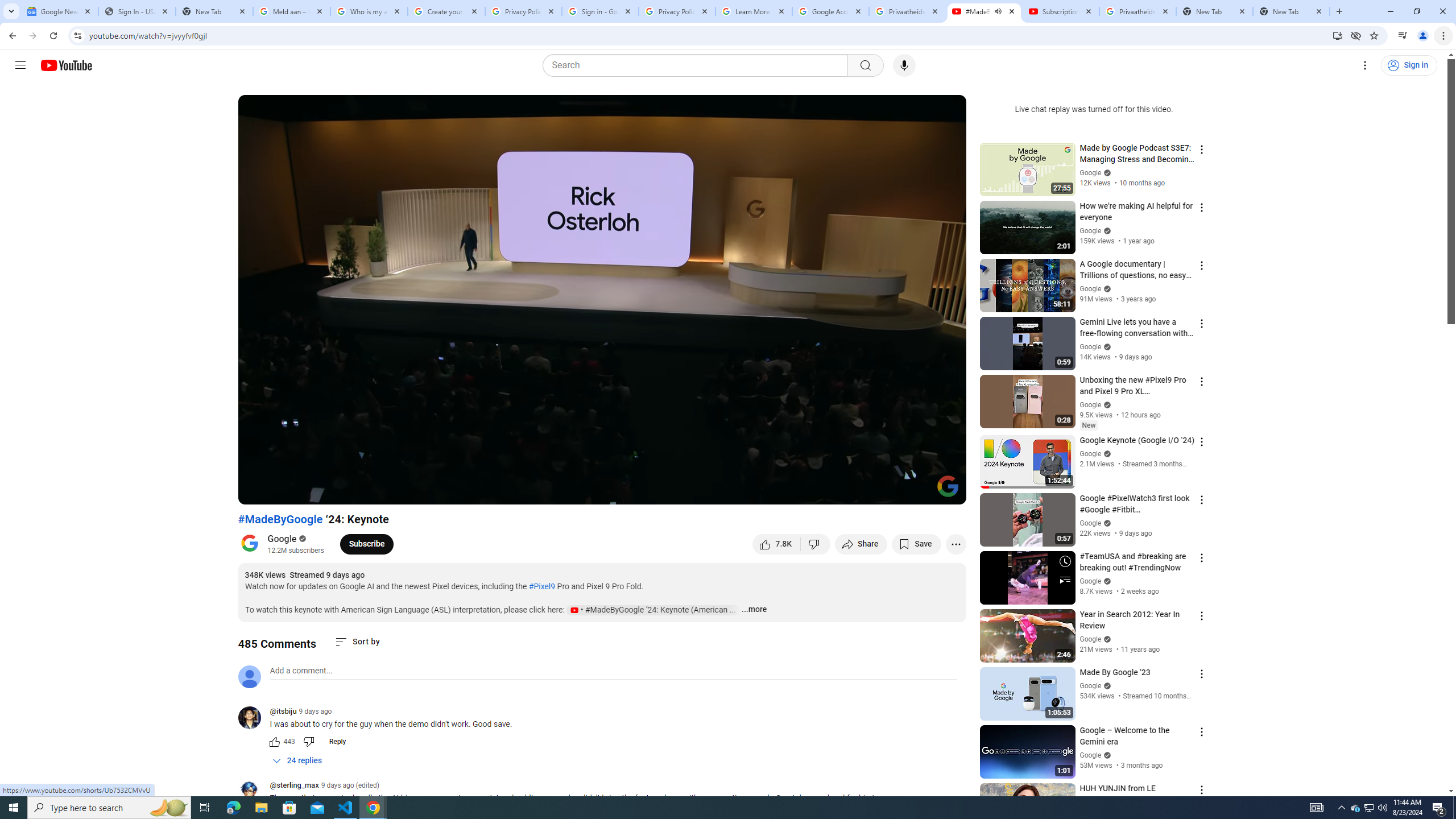 Image resolution: width=1456 pixels, height=819 pixels. Describe the element at coordinates (997, 11) in the screenshot. I see `'Mute tab'` at that location.